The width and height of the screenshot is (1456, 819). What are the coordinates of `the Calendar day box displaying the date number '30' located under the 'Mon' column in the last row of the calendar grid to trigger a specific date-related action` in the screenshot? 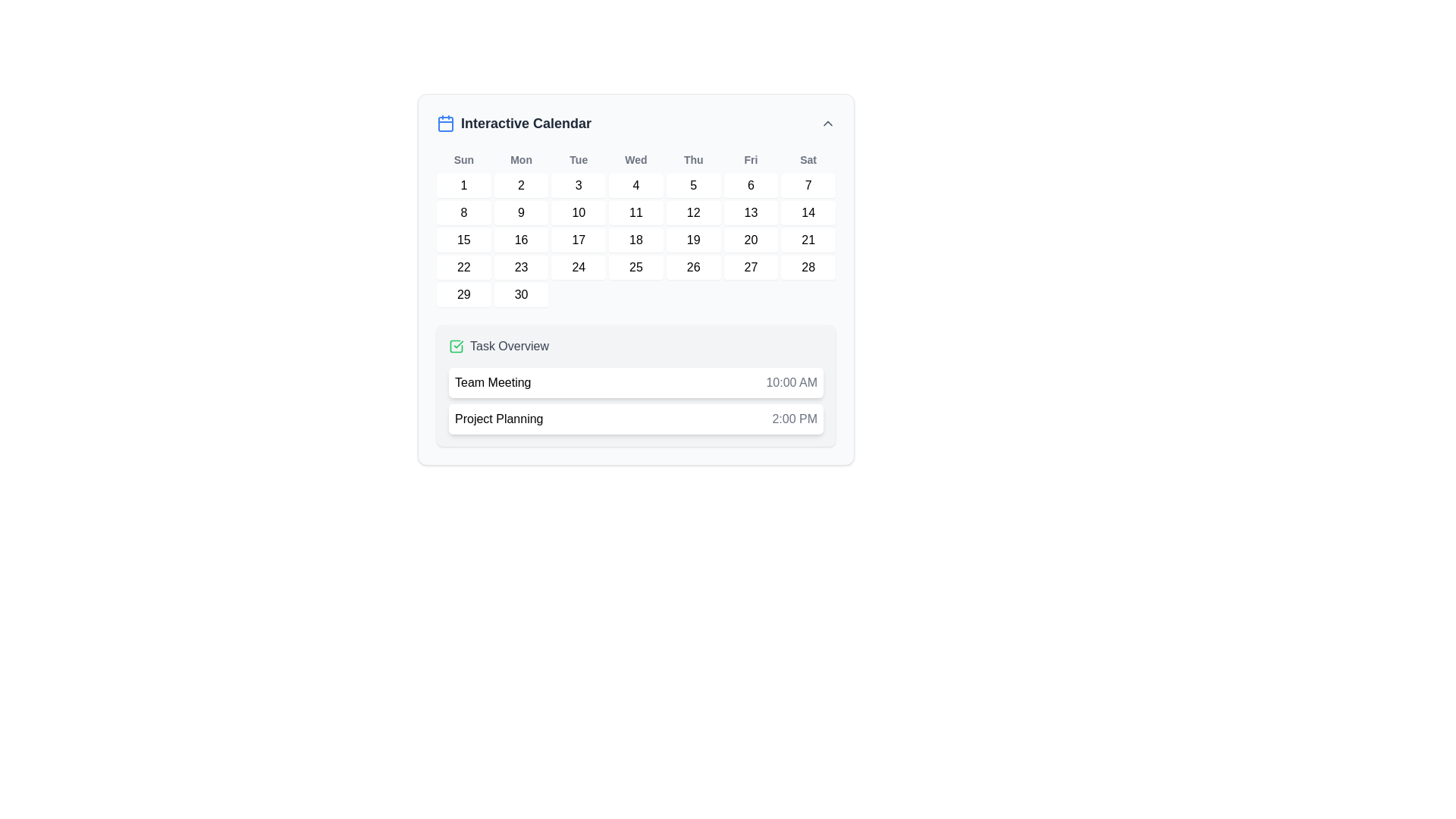 It's located at (521, 295).